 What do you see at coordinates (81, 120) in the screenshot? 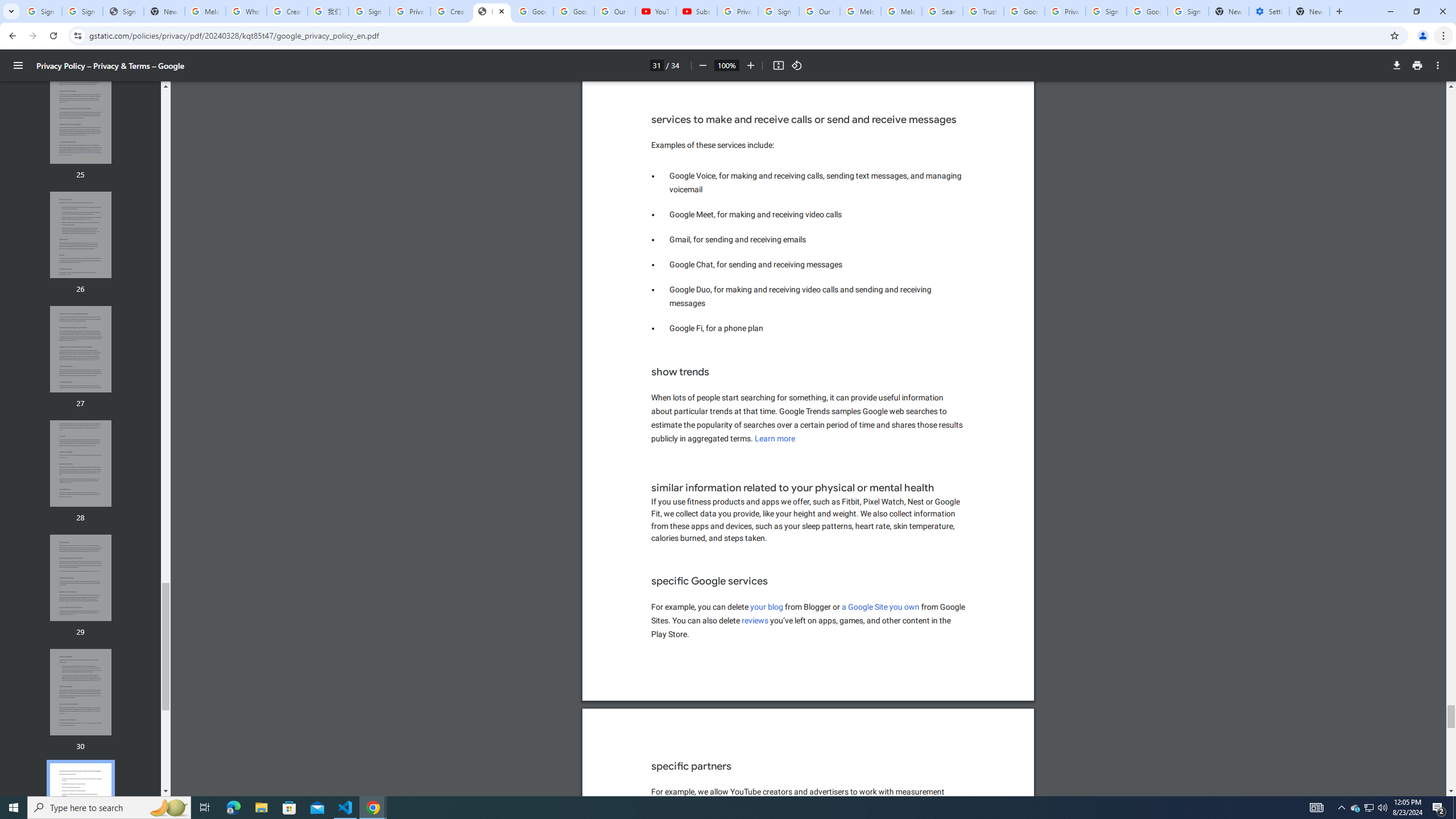
I see `'Thumbnail for page 25'` at bounding box center [81, 120].